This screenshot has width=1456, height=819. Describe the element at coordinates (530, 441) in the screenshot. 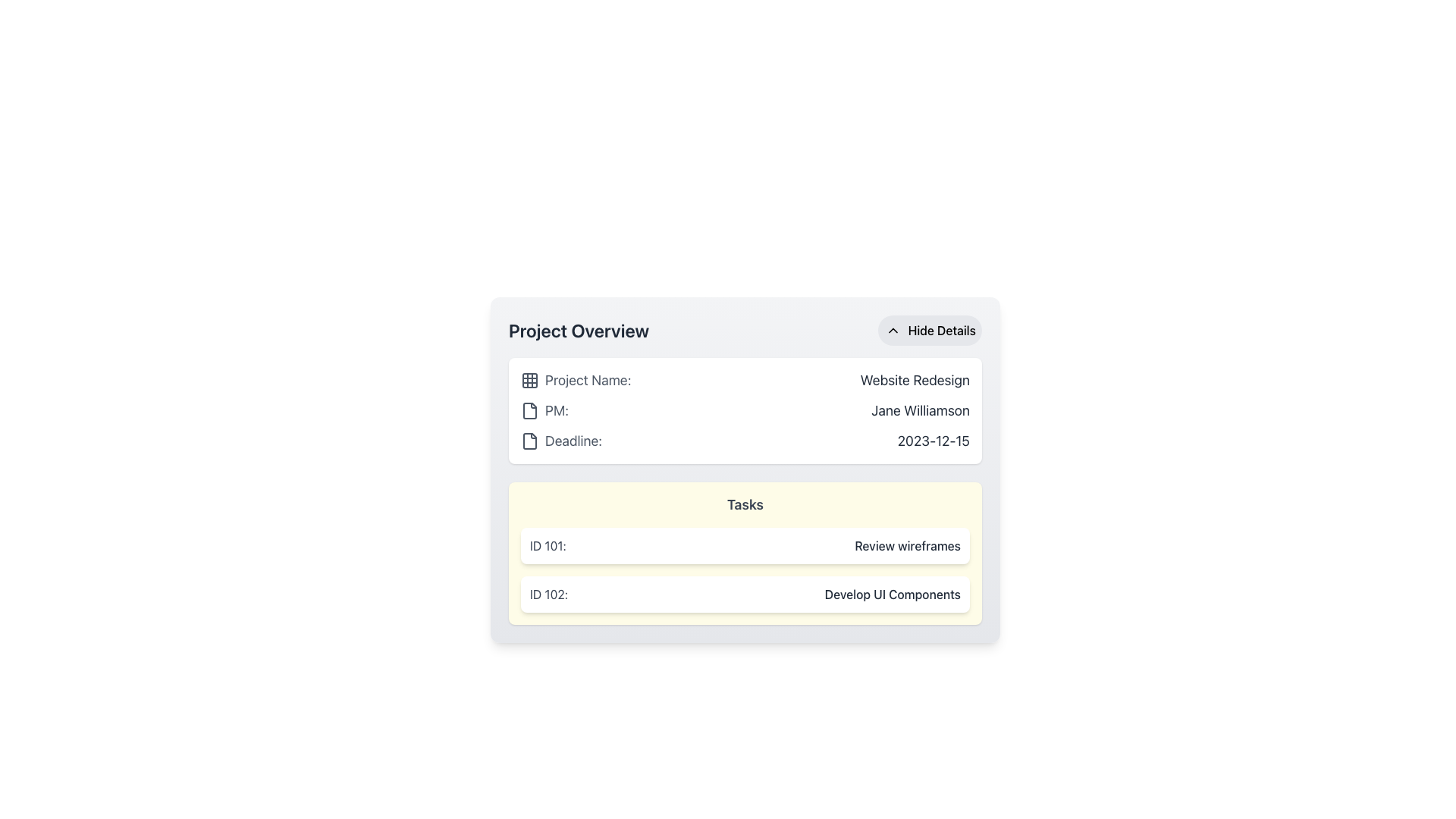

I see `the icon positioned` at that location.